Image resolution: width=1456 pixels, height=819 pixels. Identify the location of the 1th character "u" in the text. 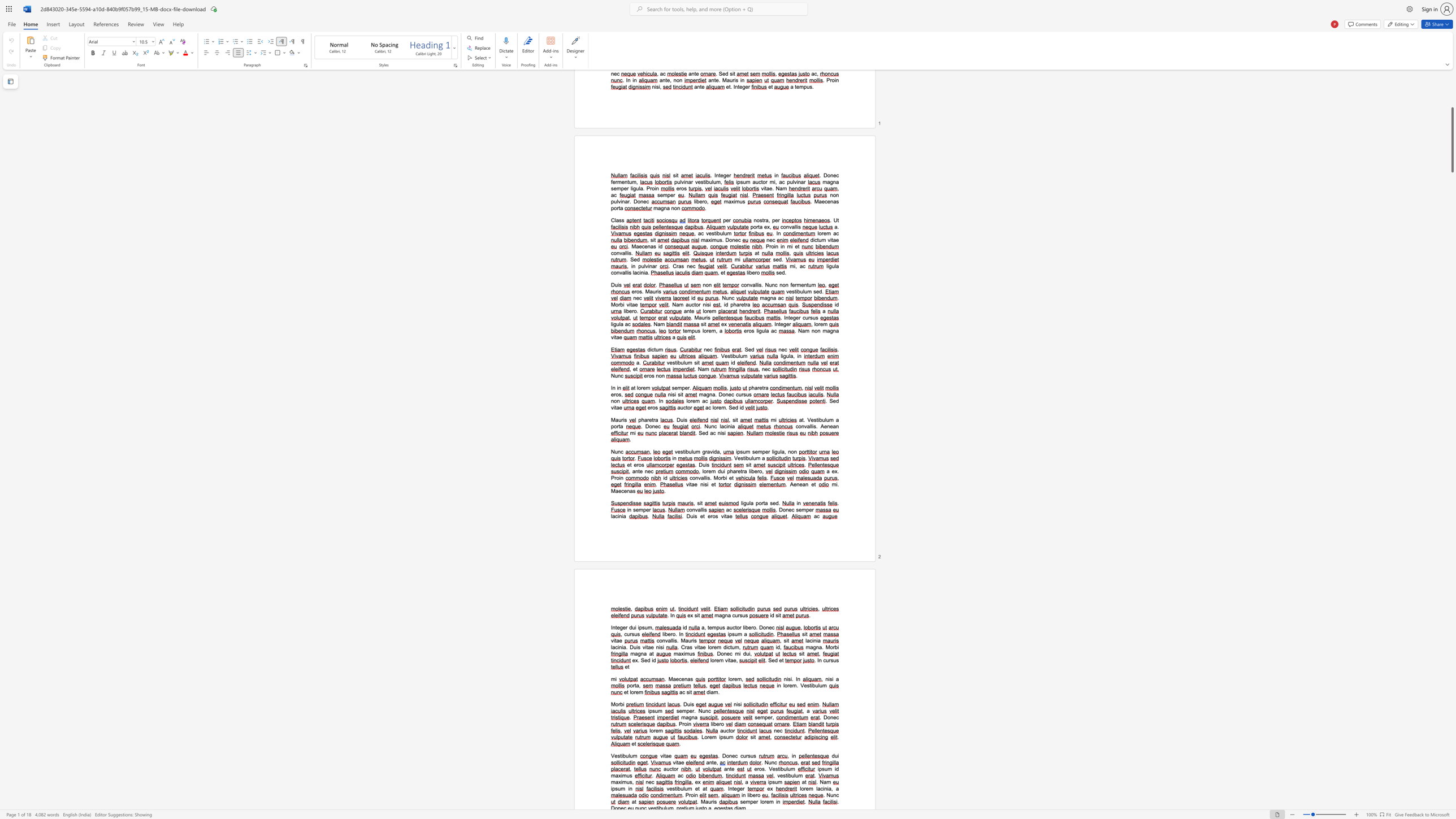
(682, 788).